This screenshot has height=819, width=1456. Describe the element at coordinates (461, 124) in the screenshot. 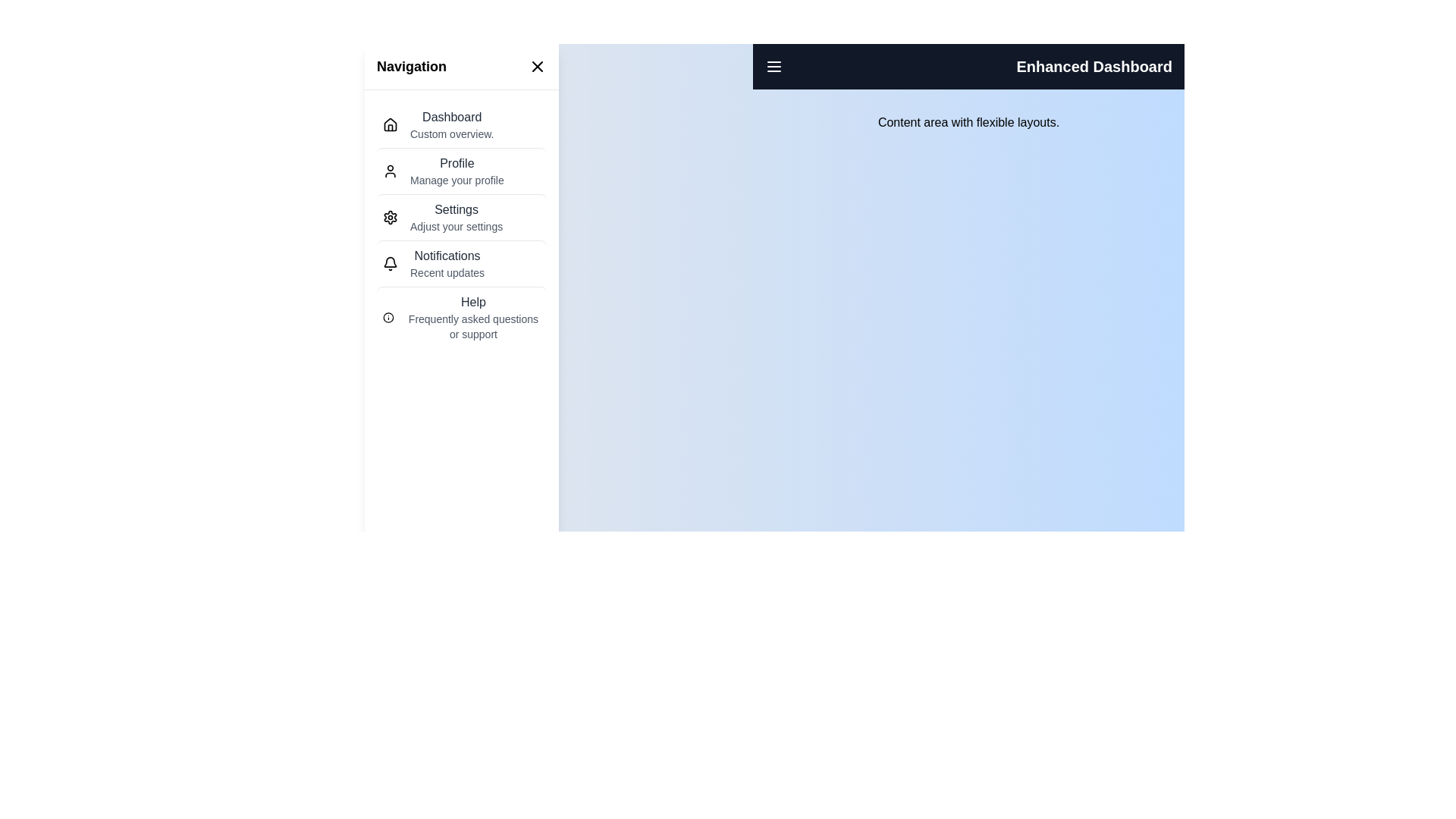

I see `the topmost navigation menu item that leads to the dashboard section` at that location.